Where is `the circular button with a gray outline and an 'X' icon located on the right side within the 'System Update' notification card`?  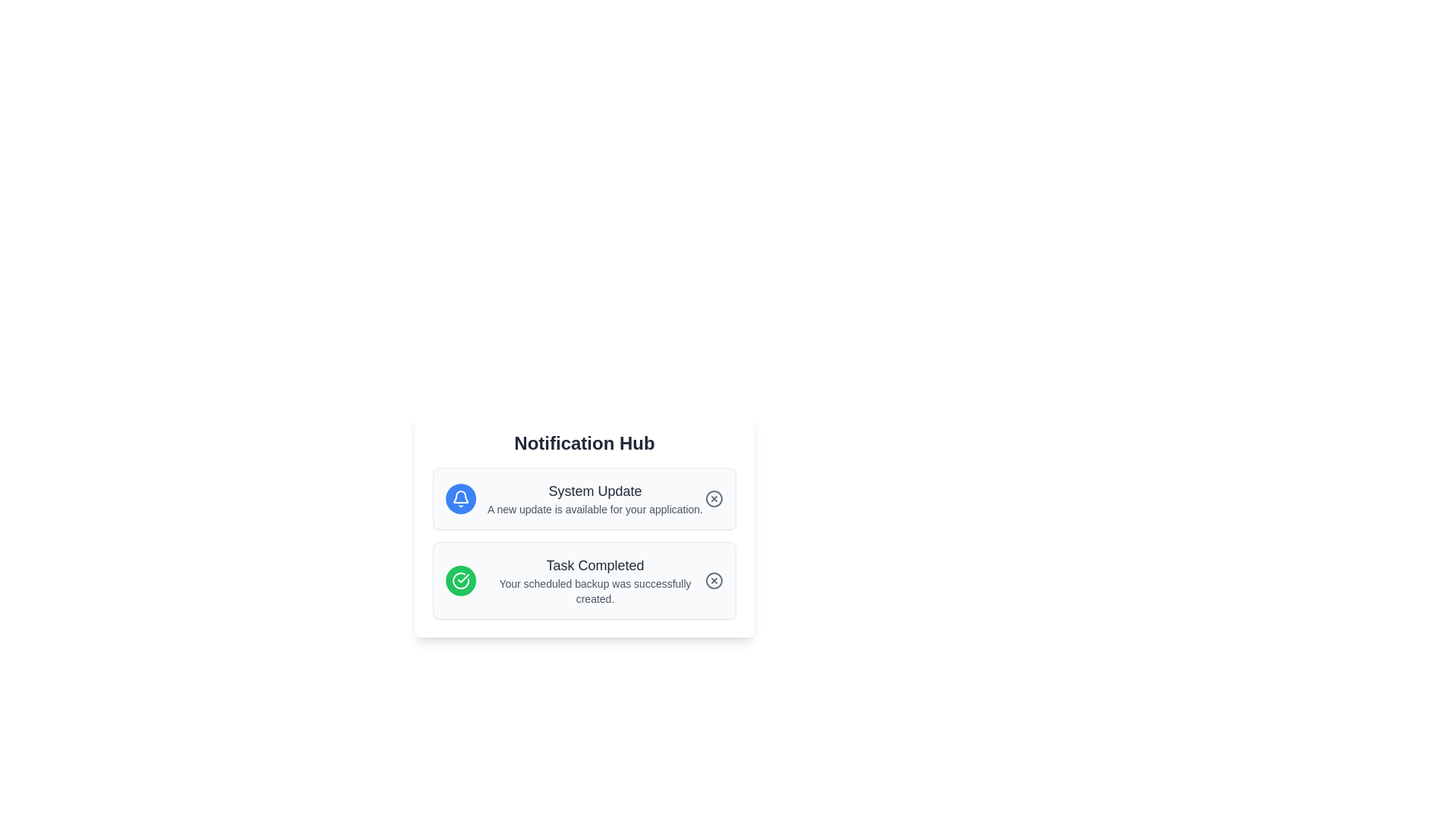 the circular button with a gray outline and an 'X' icon located on the right side within the 'System Update' notification card is located at coordinates (713, 499).